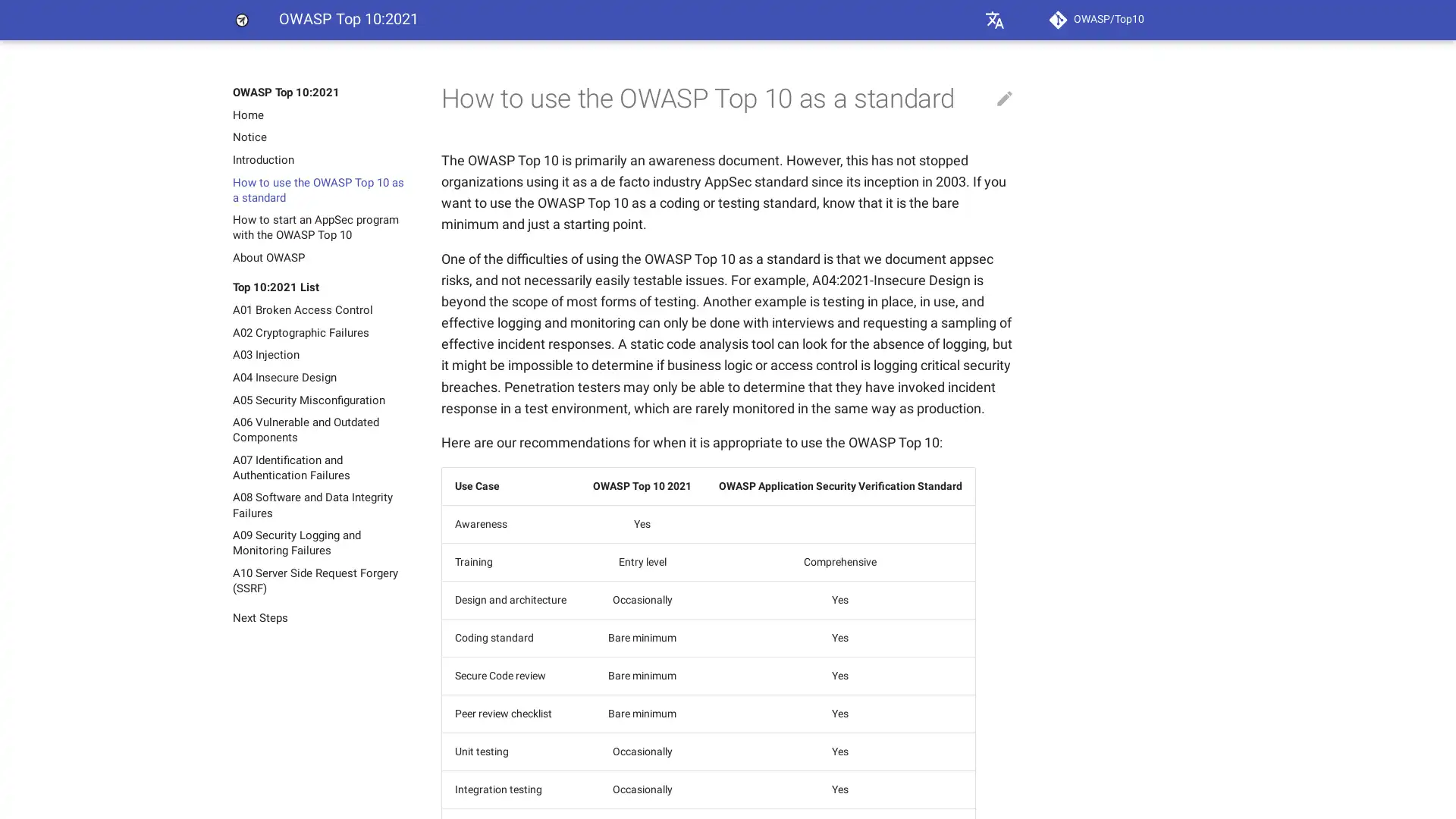 The width and height of the screenshot is (1456, 819). I want to click on Select language, so click(994, 20).